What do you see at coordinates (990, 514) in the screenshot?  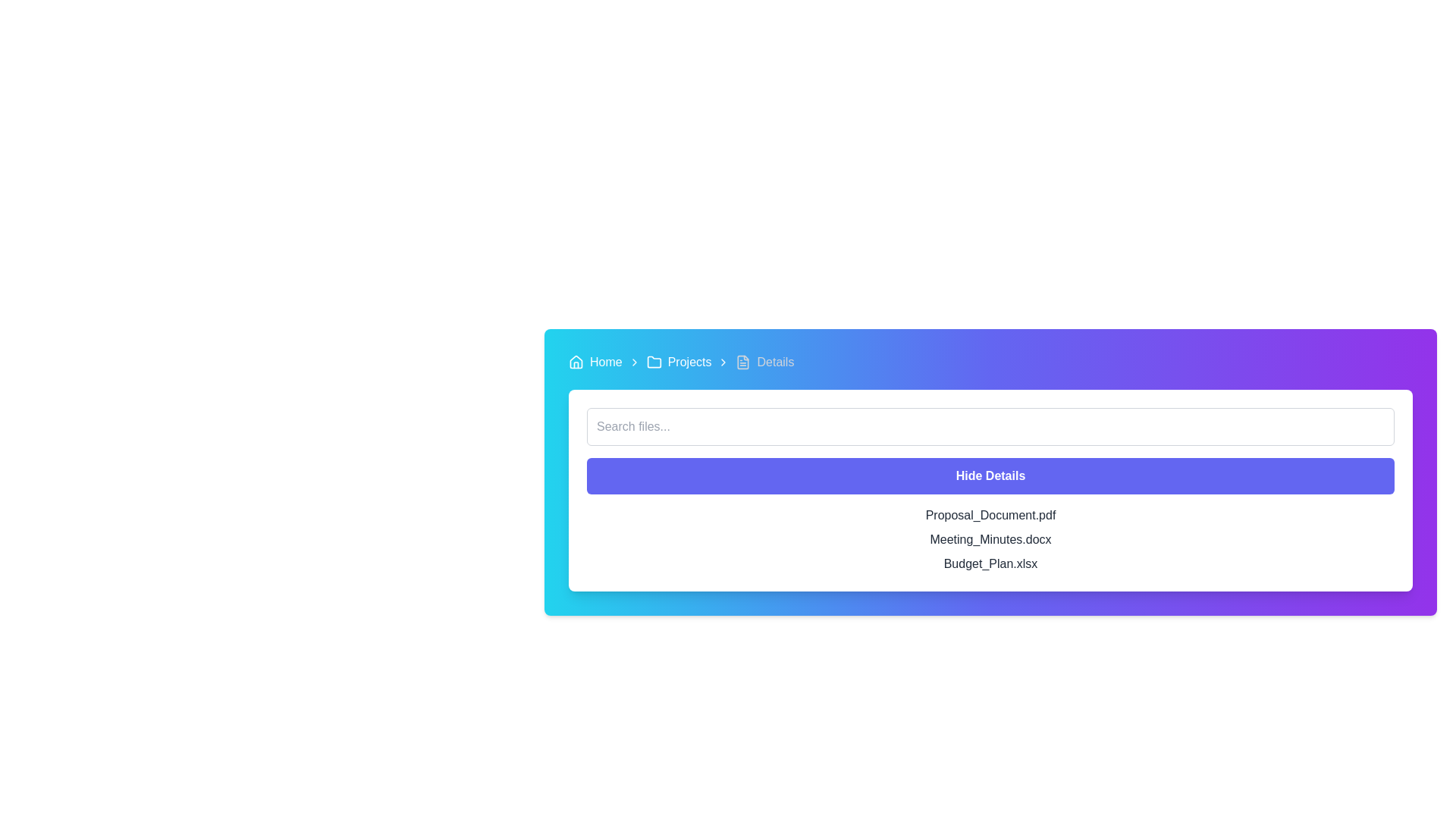 I see `the text label reading 'Proposal_Document.pdf'` at bounding box center [990, 514].